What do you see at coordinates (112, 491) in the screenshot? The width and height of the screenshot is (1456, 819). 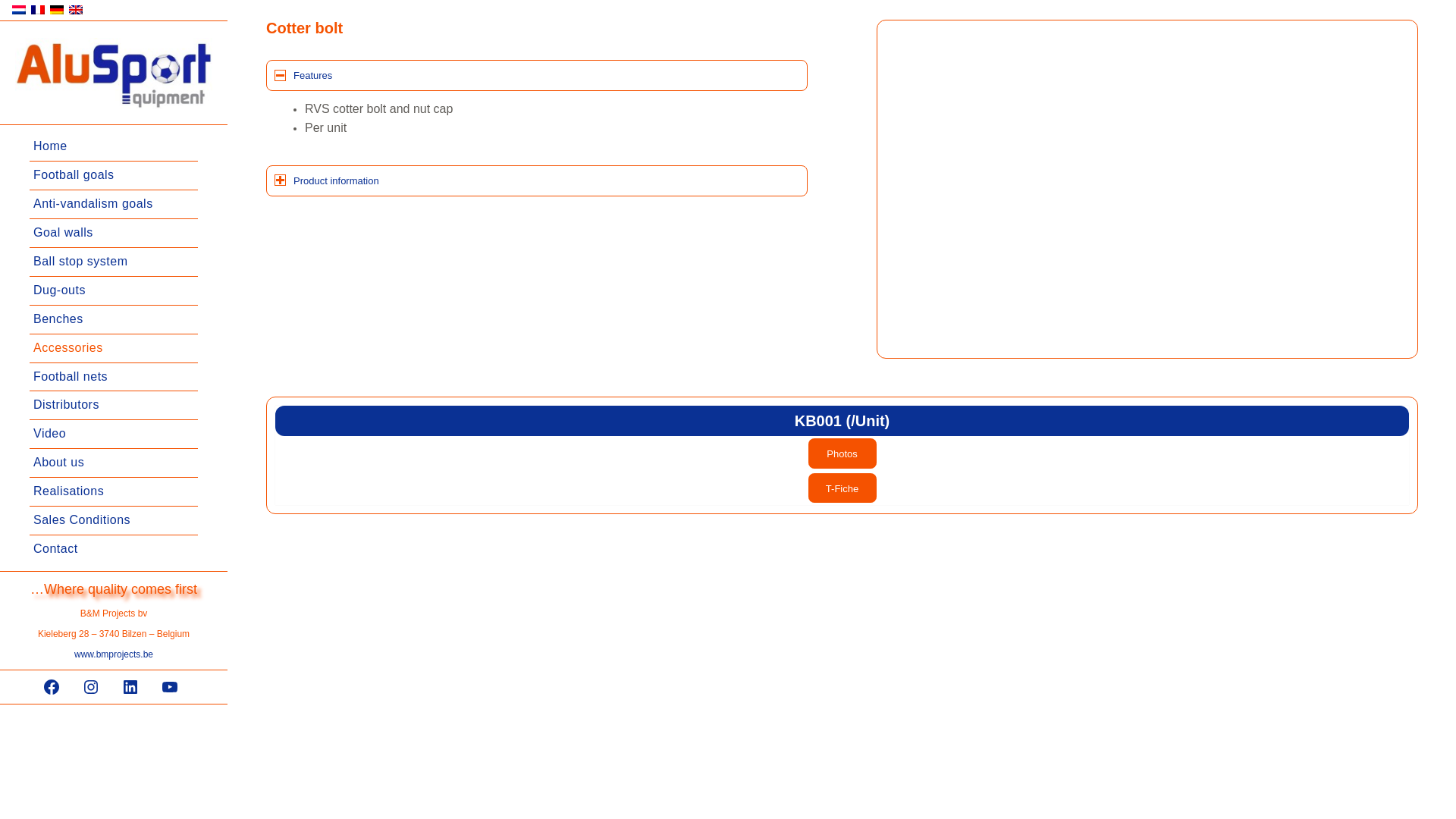 I see `'Realisations'` at bounding box center [112, 491].